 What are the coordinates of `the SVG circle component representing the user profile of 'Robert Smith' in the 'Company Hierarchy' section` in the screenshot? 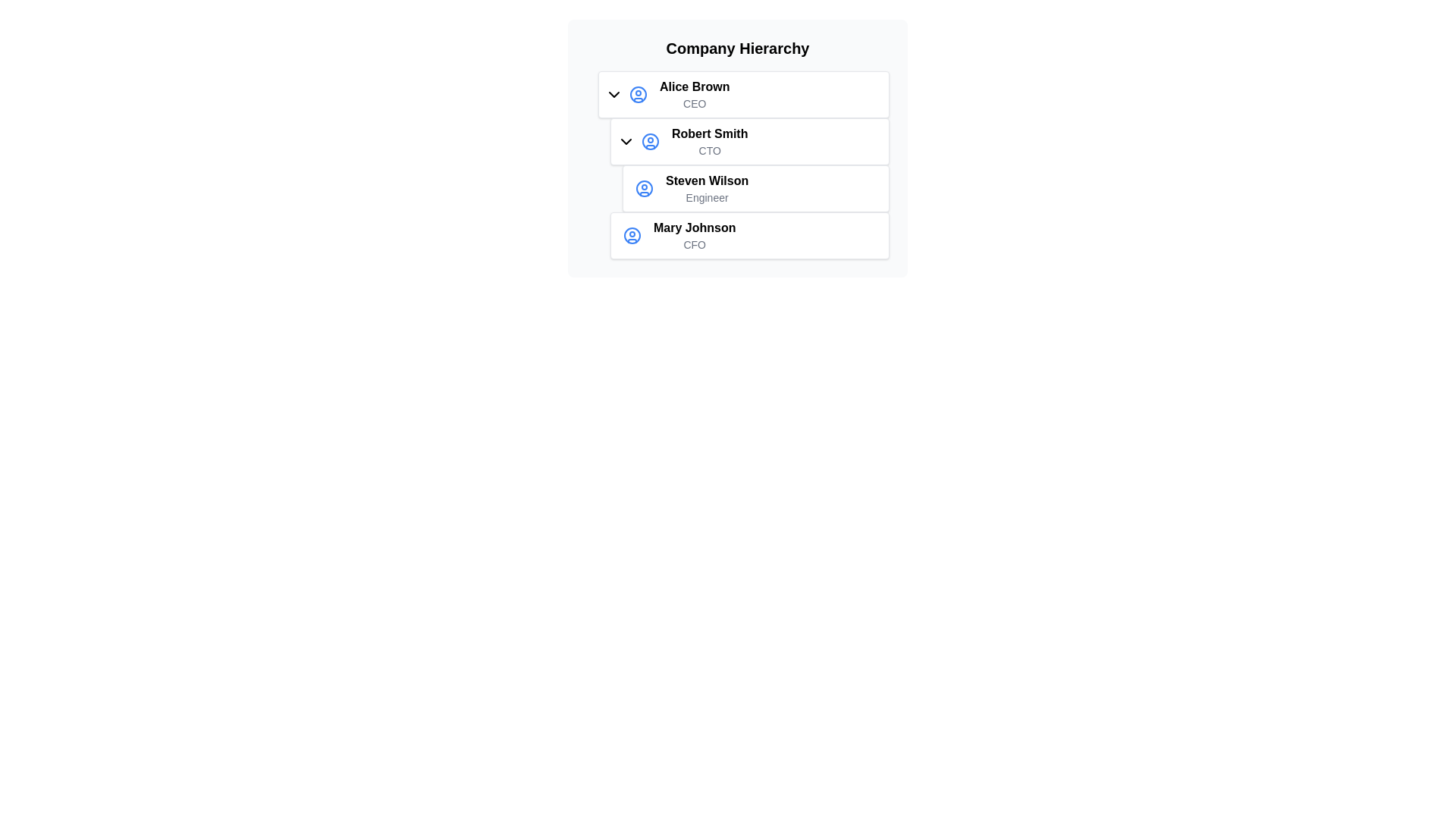 It's located at (644, 188).